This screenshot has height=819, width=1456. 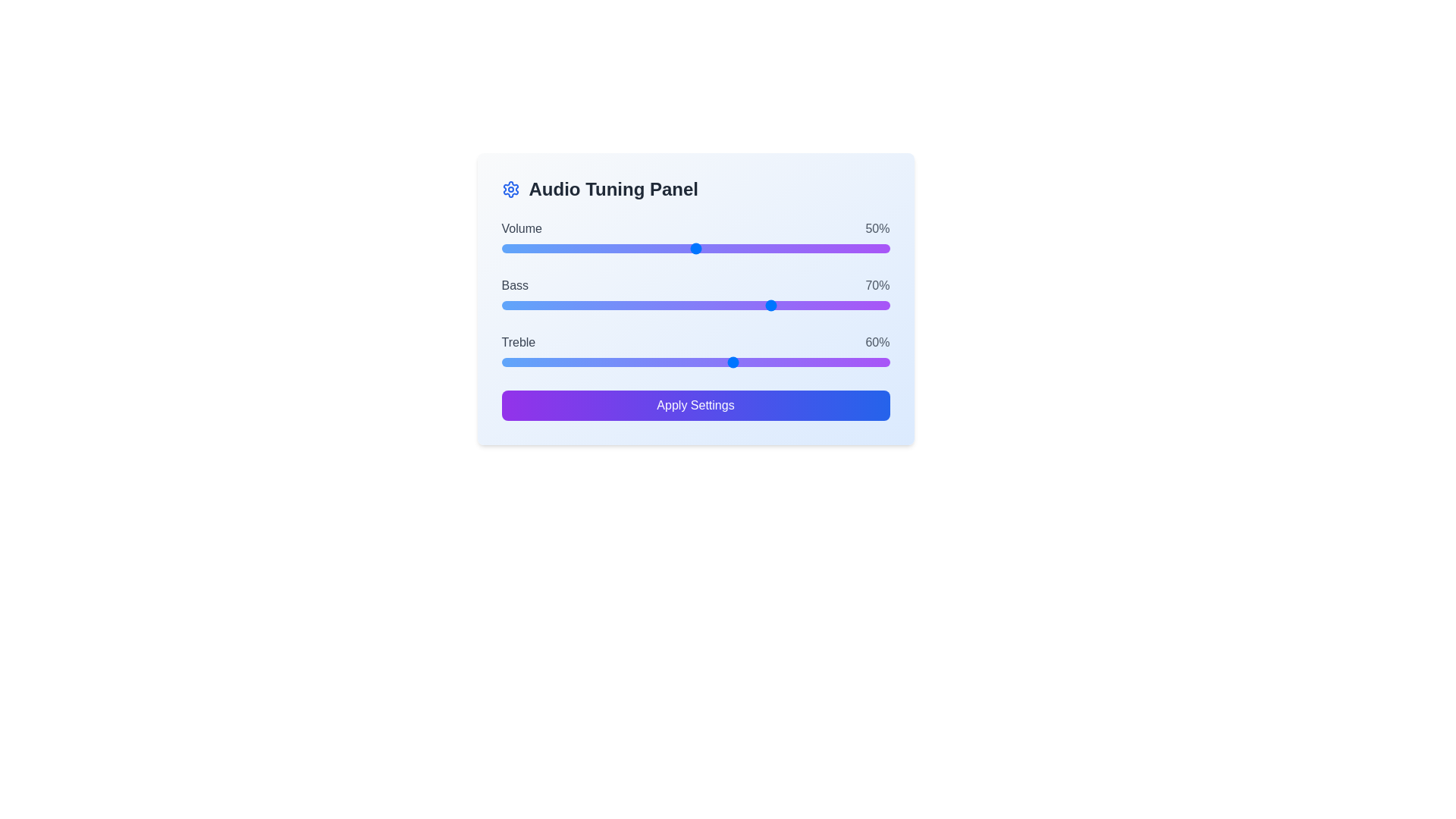 What do you see at coordinates (785, 305) in the screenshot?
I see `bass level` at bounding box center [785, 305].